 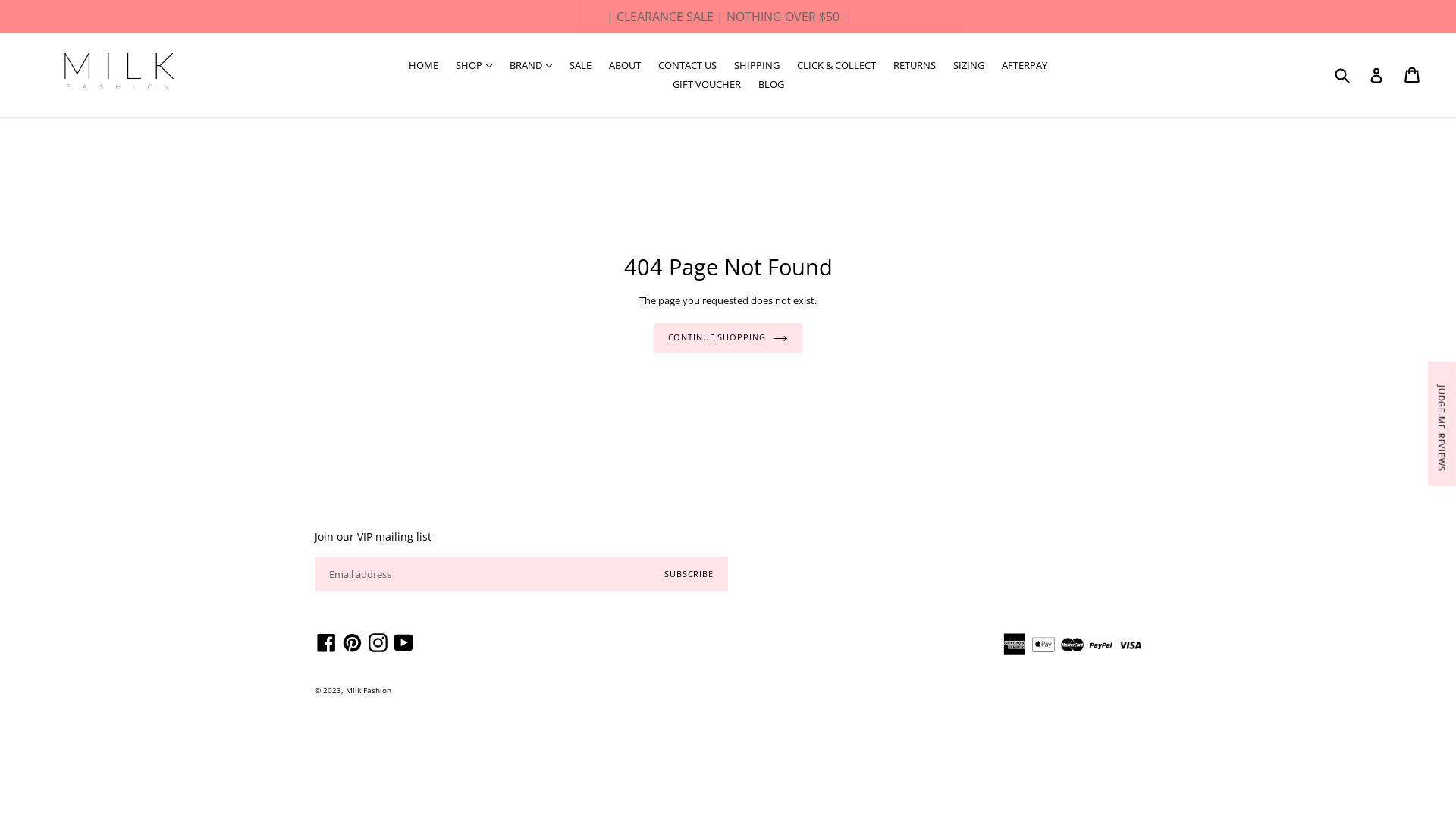 I want to click on 'AFTERPAY', so click(x=1024, y=65).